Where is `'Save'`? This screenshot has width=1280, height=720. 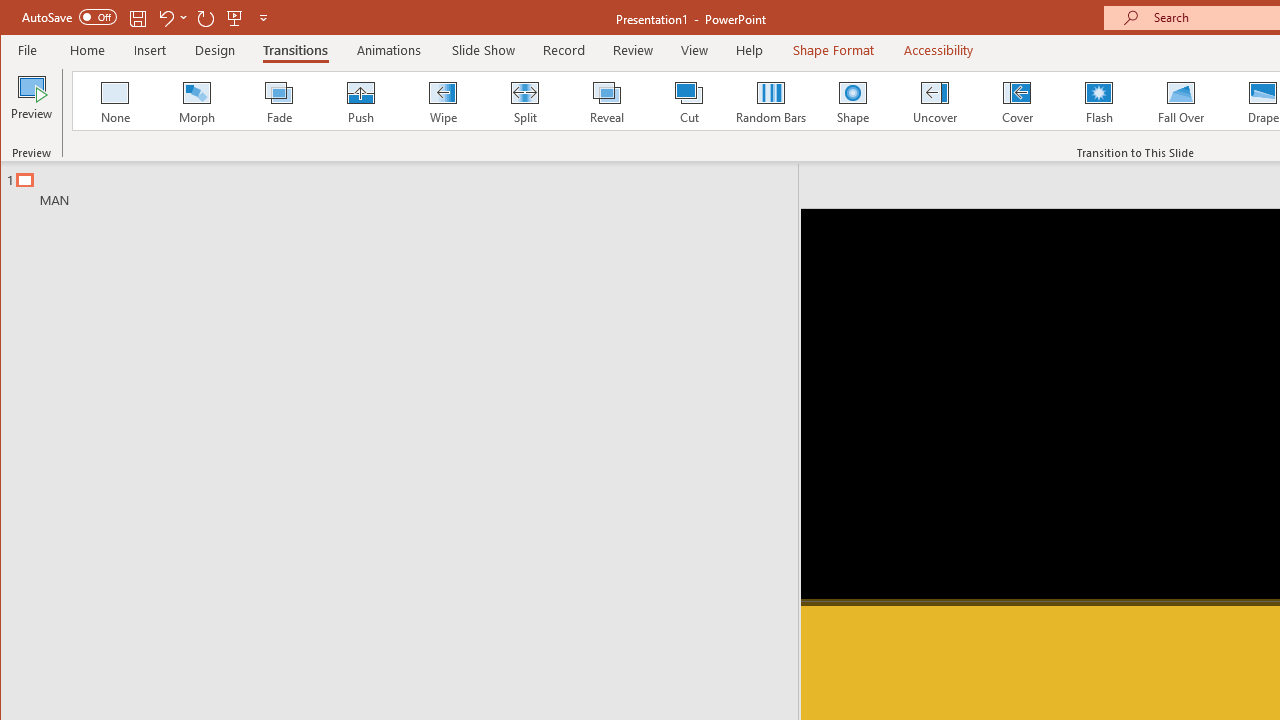 'Save' is located at coordinates (137, 17).